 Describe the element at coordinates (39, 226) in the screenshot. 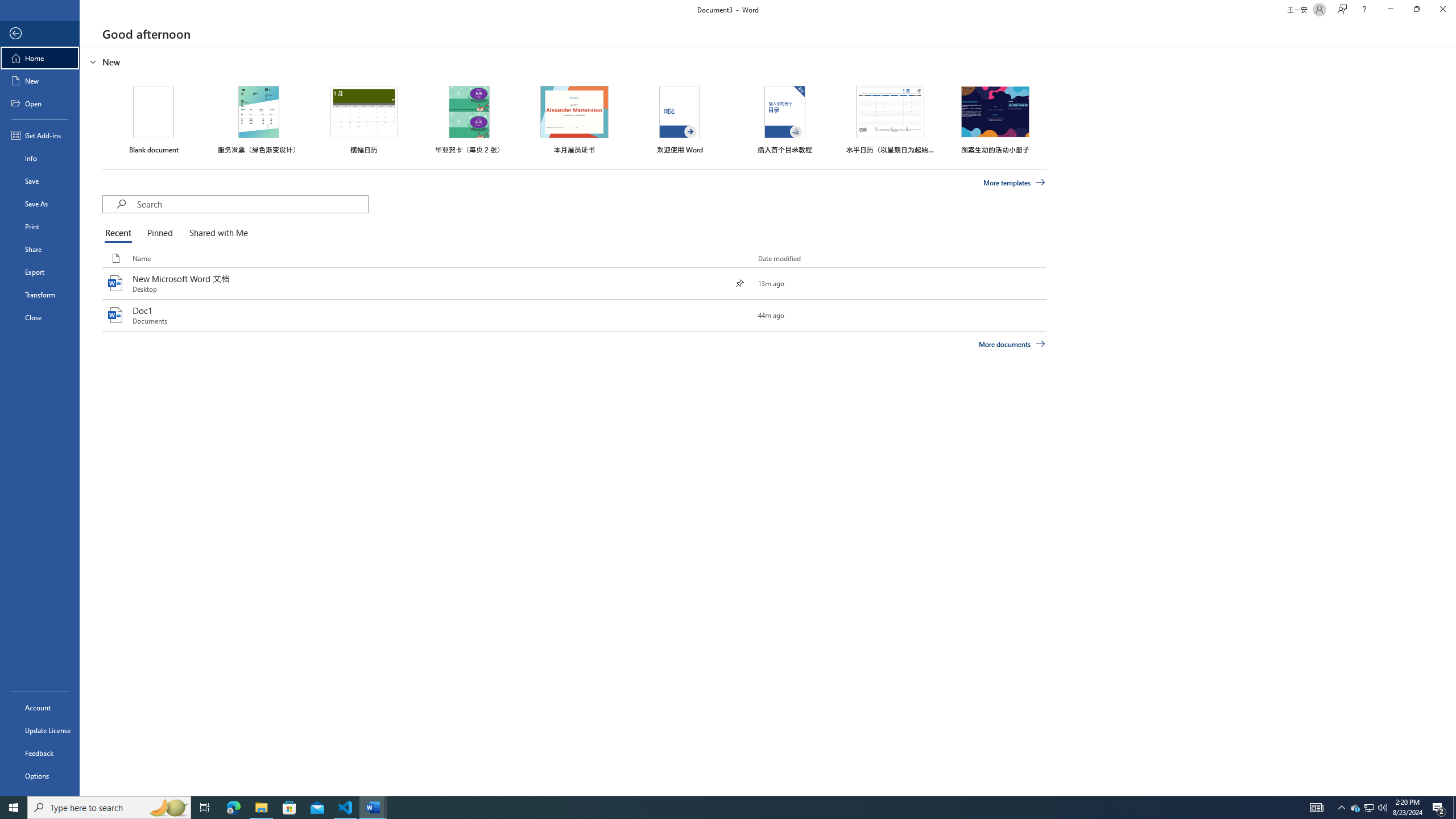

I see `'Print'` at that location.